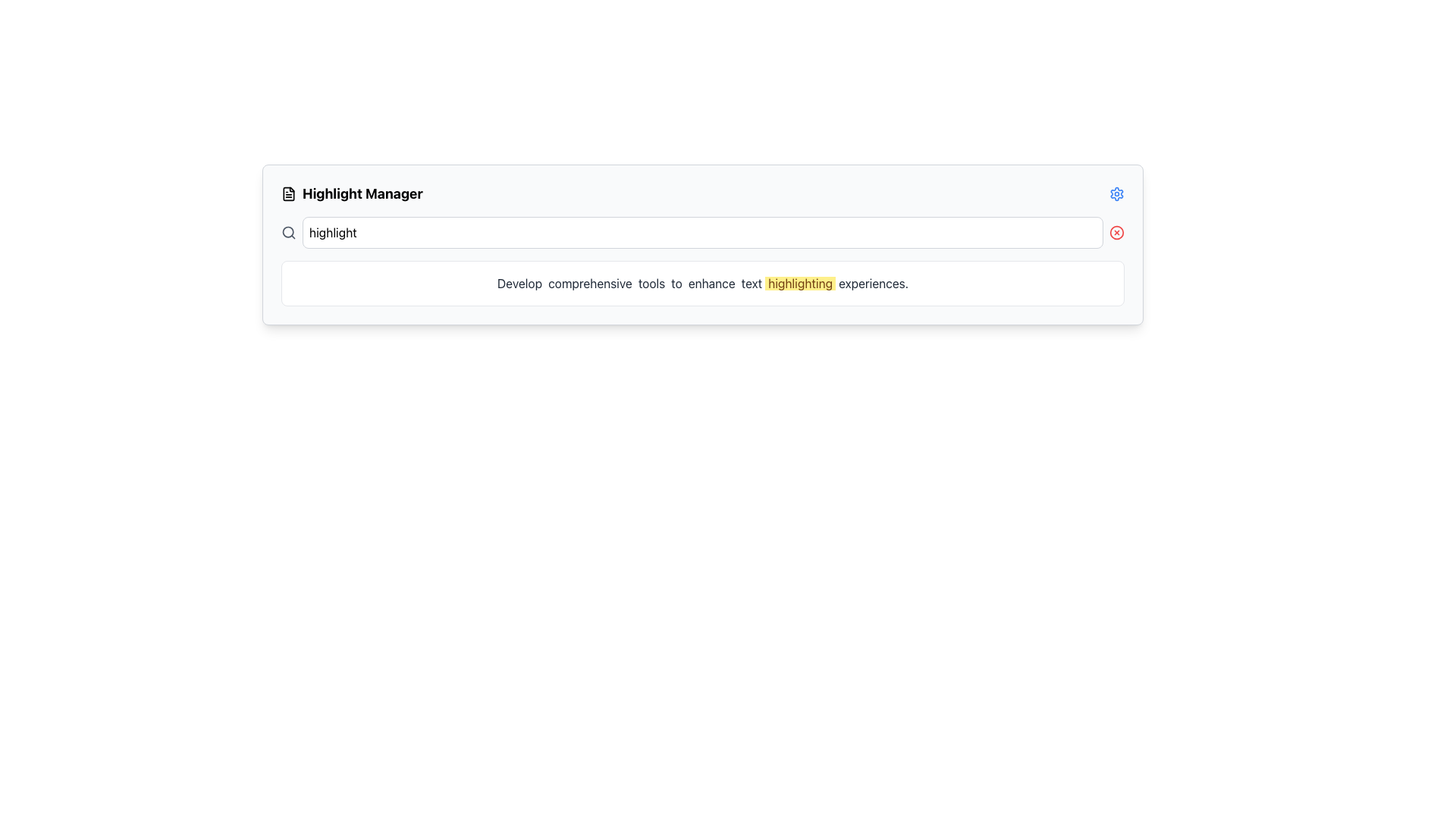 Image resolution: width=1456 pixels, height=819 pixels. What do you see at coordinates (1117, 193) in the screenshot?
I see `the icon-shaped button located on the far right of the 'Highlight Manager' header bar` at bounding box center [1117, 193].